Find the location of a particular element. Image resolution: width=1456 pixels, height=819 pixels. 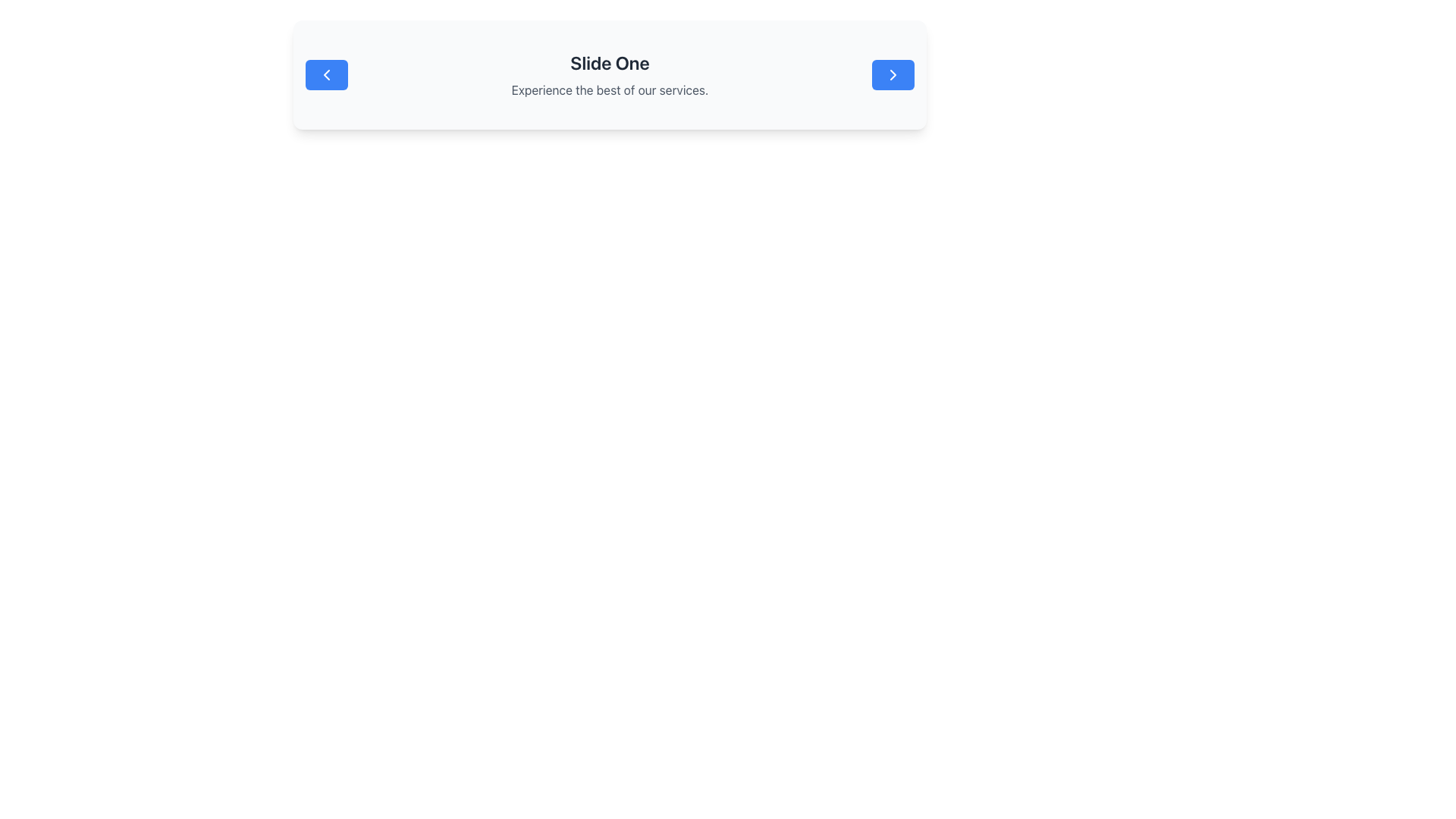

the Text Display Area that contains the lines 'Slide One' and 'Experience the best of our services', centrally positioned between two blue buttons is located at coordinates (610, 75).